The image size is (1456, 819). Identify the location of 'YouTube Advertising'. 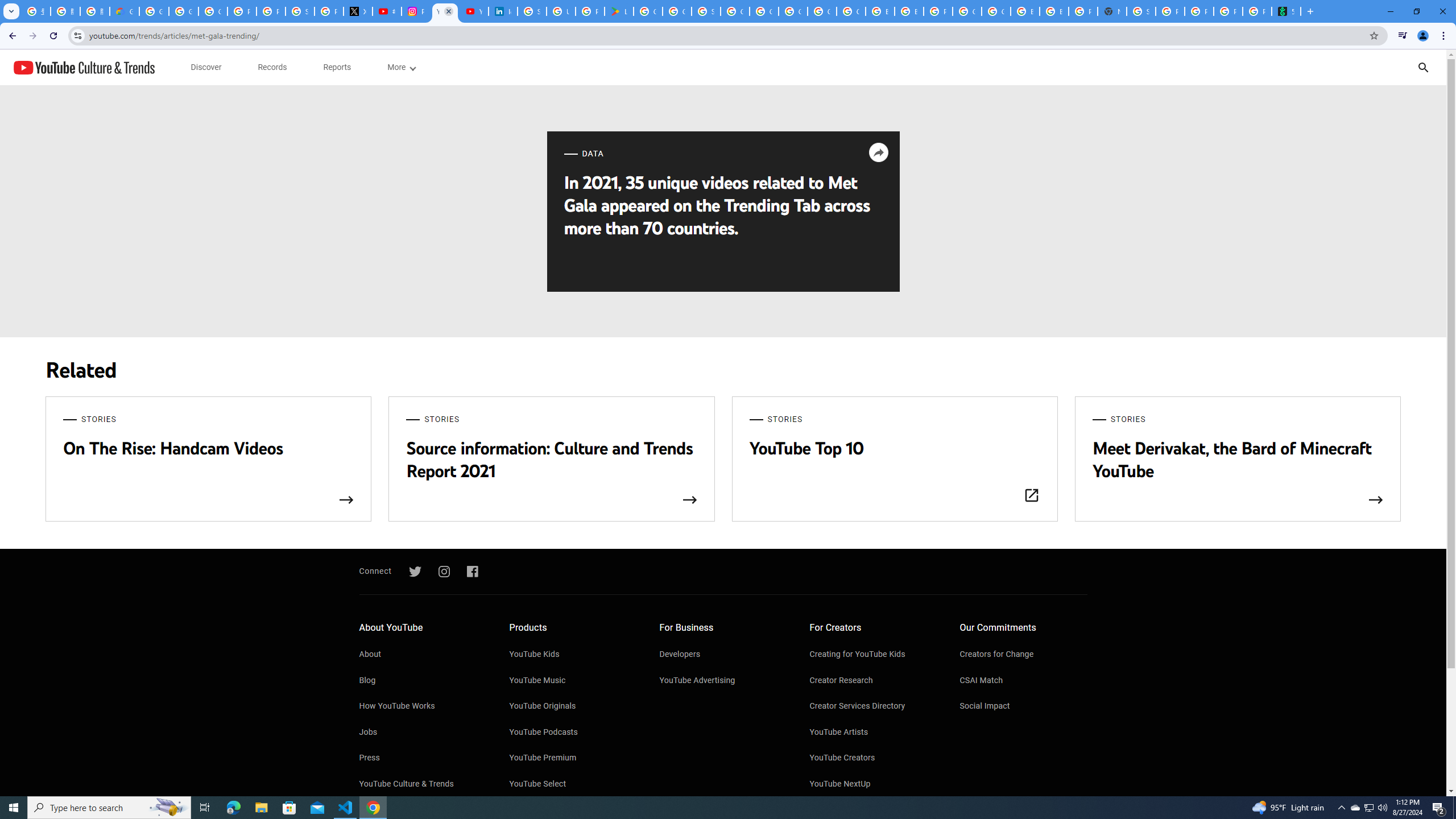
(723, 681).